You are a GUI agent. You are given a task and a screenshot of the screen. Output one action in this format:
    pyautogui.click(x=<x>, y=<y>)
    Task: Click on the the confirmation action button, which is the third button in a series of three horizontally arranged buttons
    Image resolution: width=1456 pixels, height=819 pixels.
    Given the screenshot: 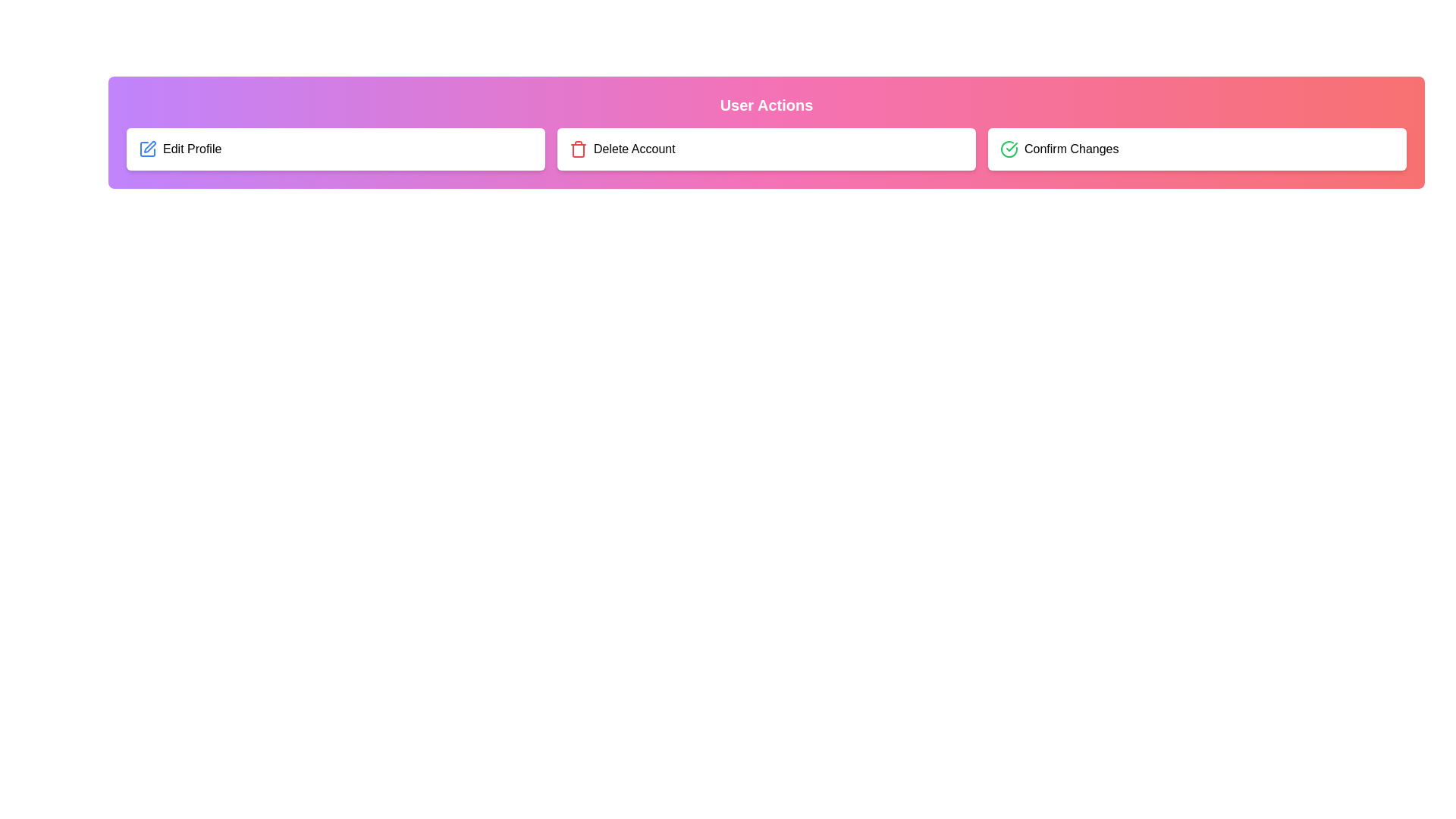 What is the action you would take?
    pyautogui.click(x=1197, y=149)
    